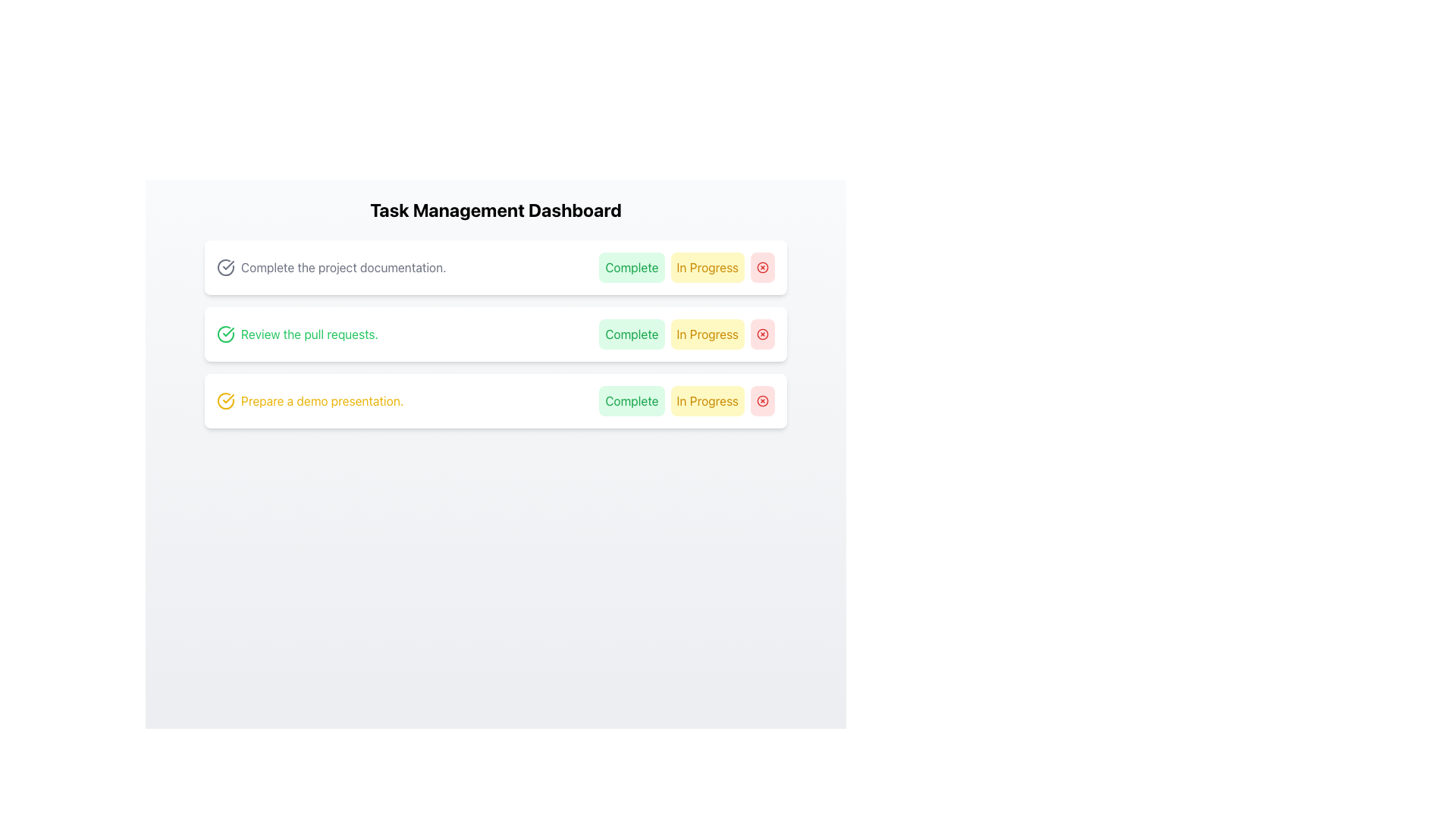  Describe the element at coordinates (309, 400) in the screenshot. I see `the yellow text label that states 'Prepare a demo presentation.'` at that location.